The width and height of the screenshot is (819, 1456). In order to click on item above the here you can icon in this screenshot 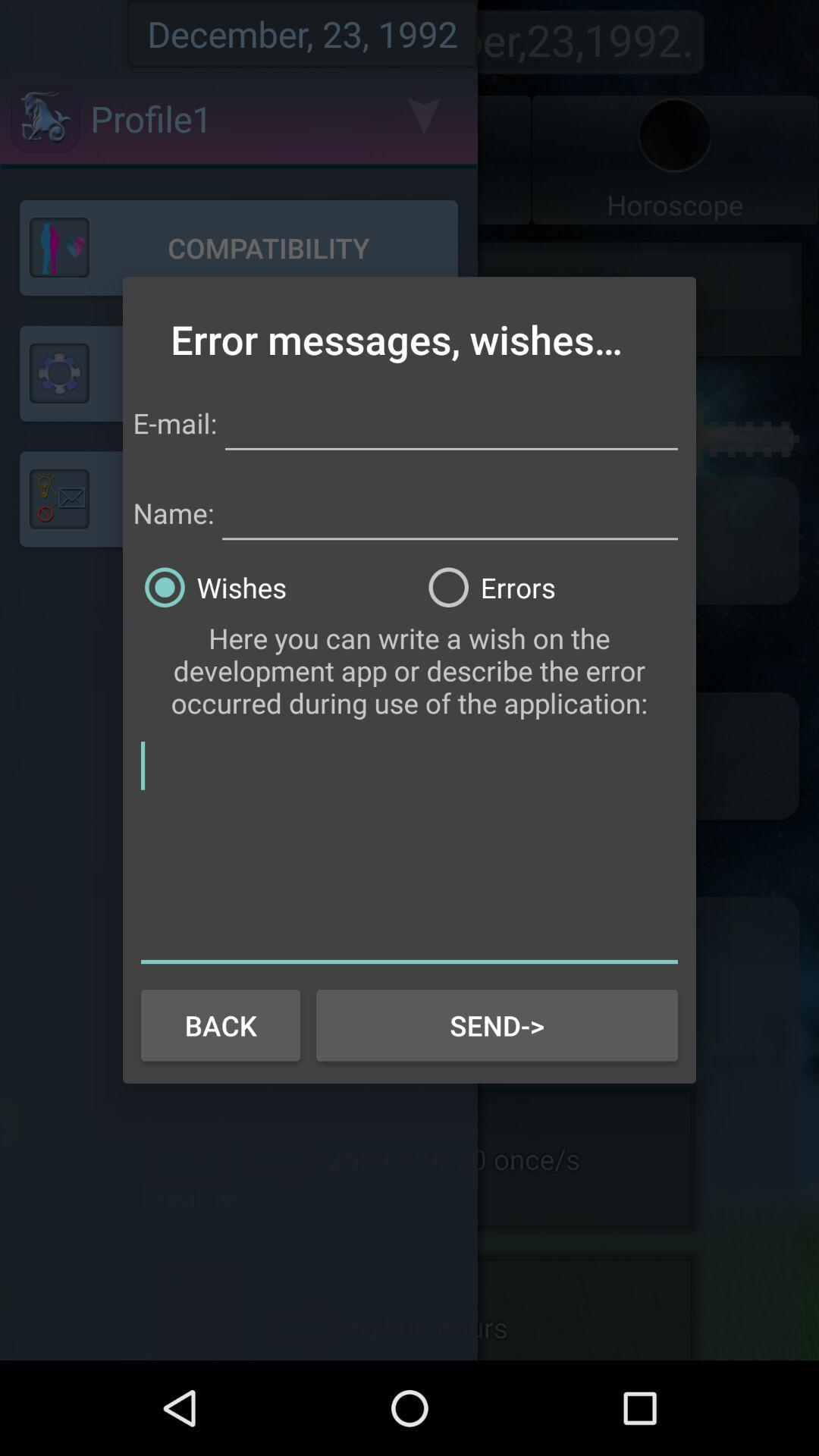, I will do `click(551, 586)`.